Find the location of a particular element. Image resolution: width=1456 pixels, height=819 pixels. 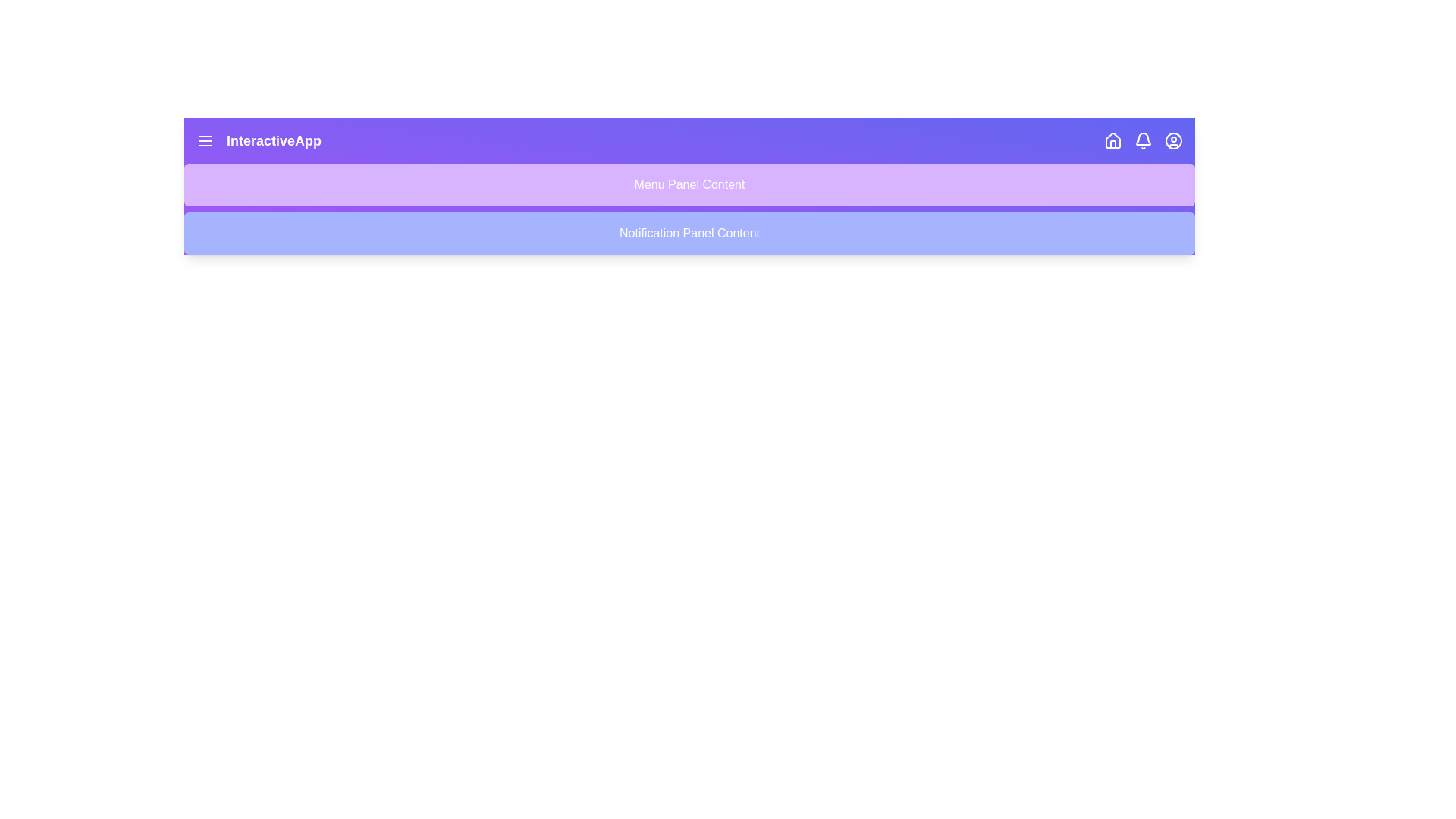

the 'Home' icon in the app bar to navigate to the home page is located at coordinates (1113, 140).